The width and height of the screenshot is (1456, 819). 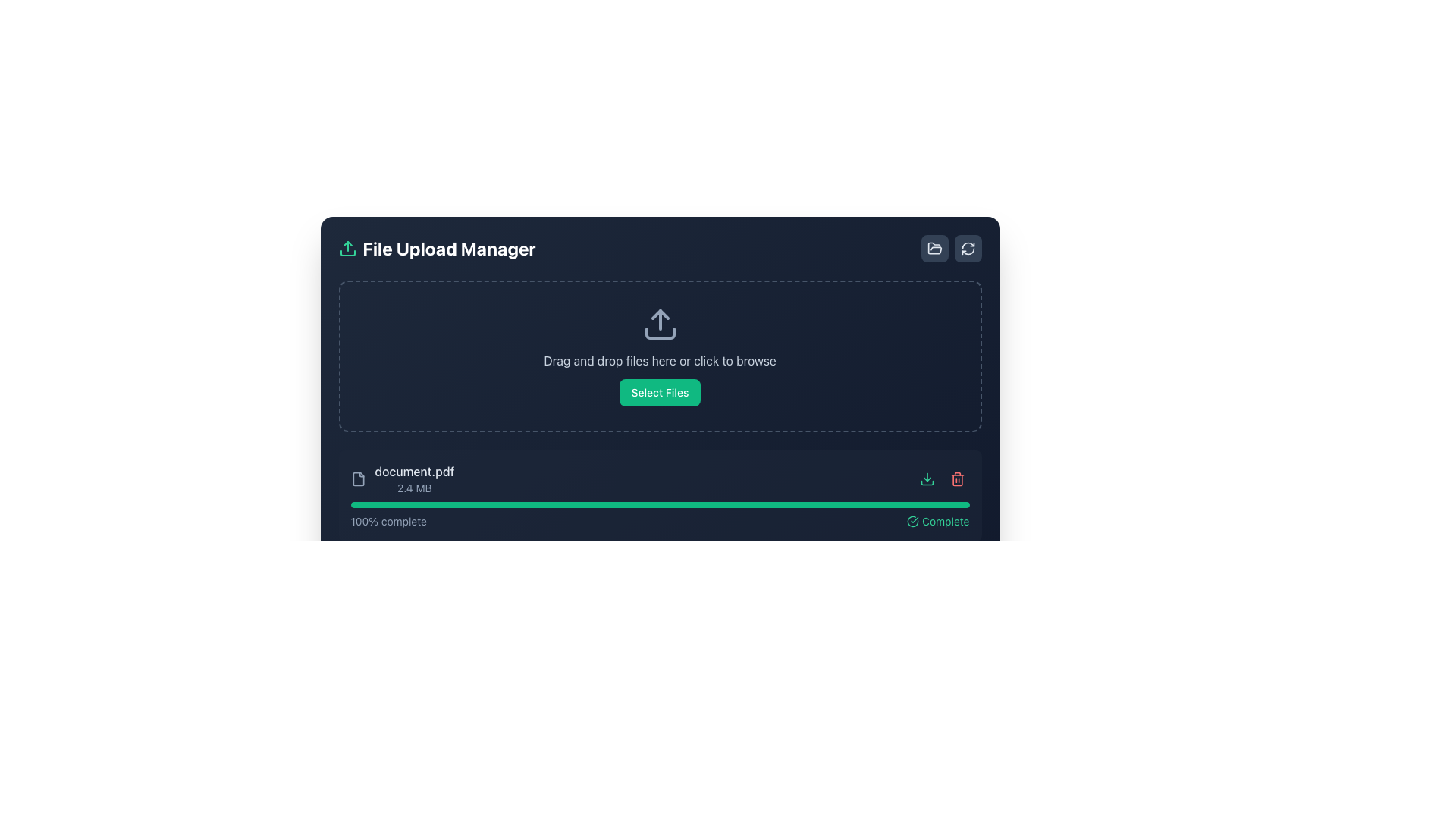 What do you see at coordinates (950, 247) in the screenshot?
I see `the folder button in the Horizontal Button Group located in the top-right corner of the interface, slightly to the right of the heading 'File Upload Manager'` at bounding box center [950, 247].